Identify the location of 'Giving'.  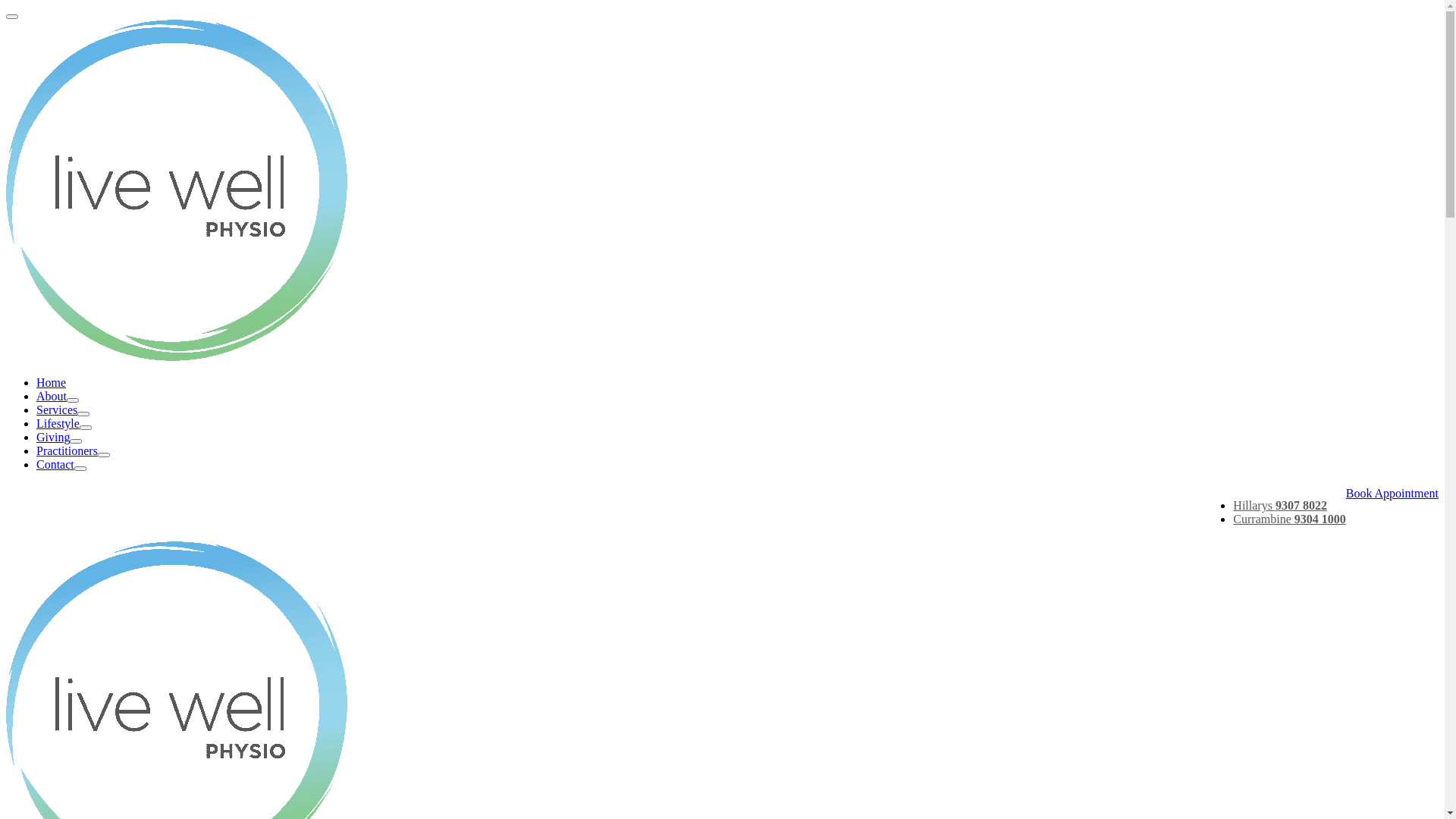
(58, 437).